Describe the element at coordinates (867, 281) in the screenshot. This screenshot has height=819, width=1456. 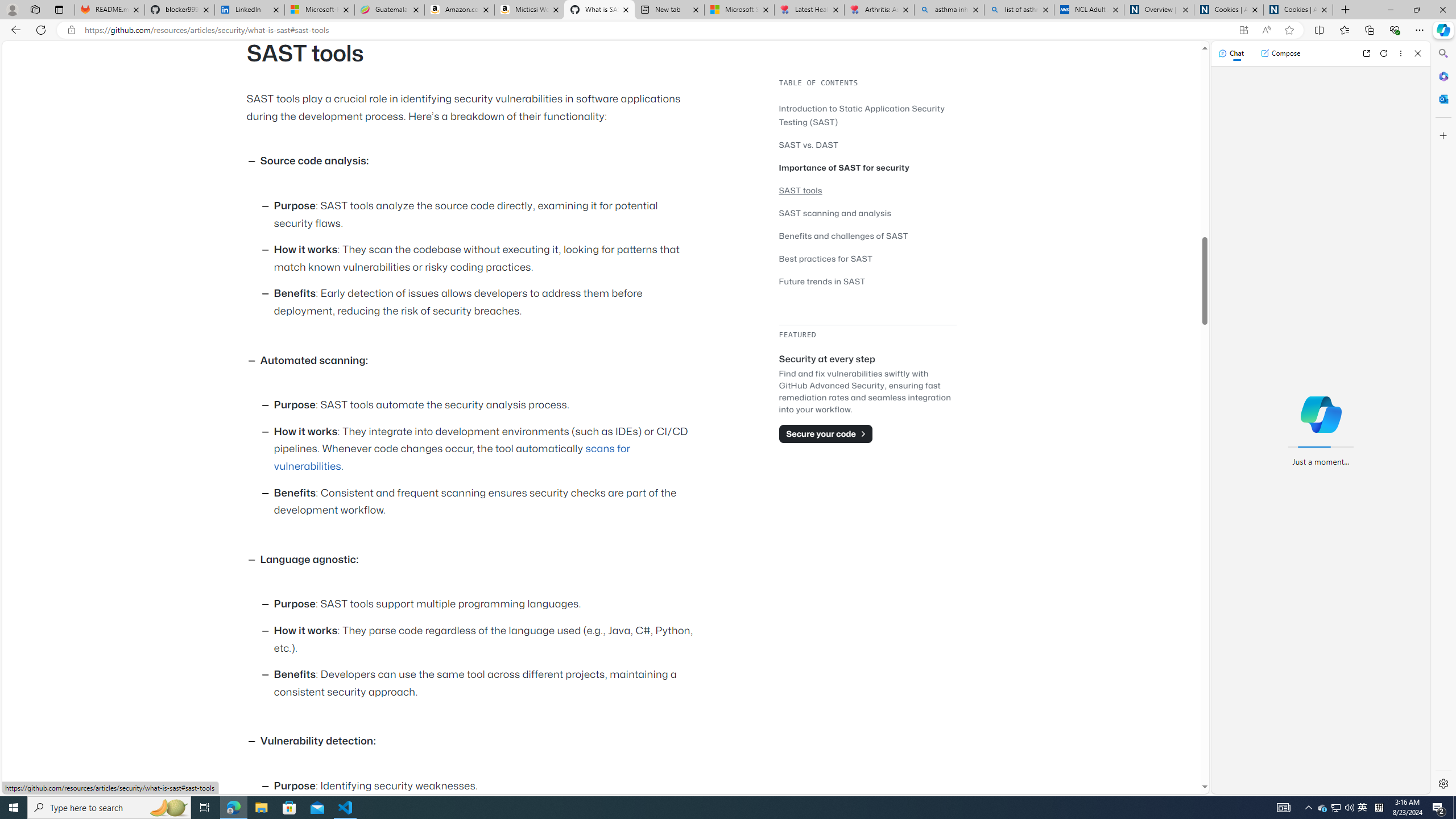
I see `'Future trends in SAST'` at that location.